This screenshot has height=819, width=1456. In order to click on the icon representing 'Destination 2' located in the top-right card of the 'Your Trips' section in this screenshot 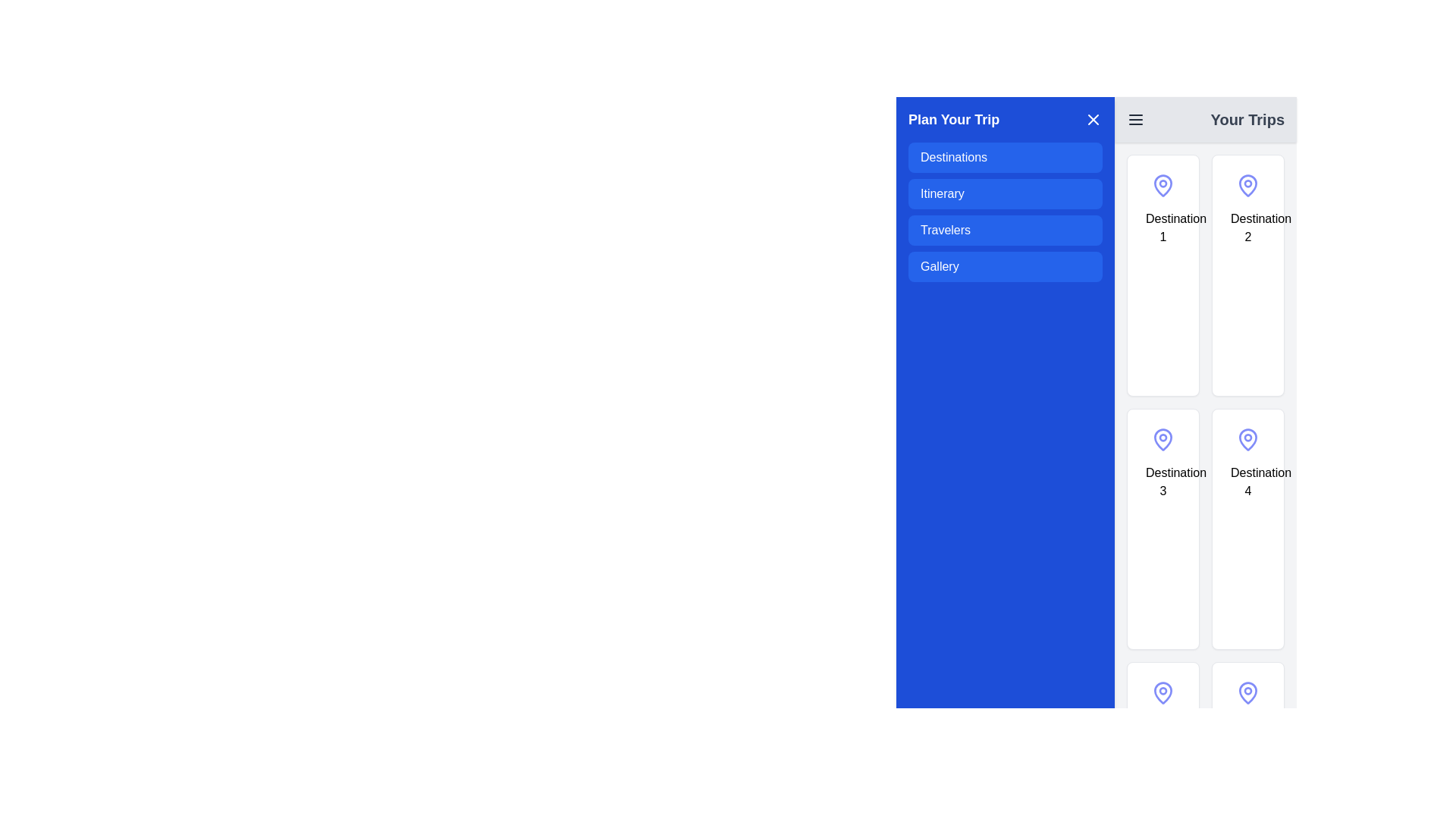, I will do `click(1248, 185)`.